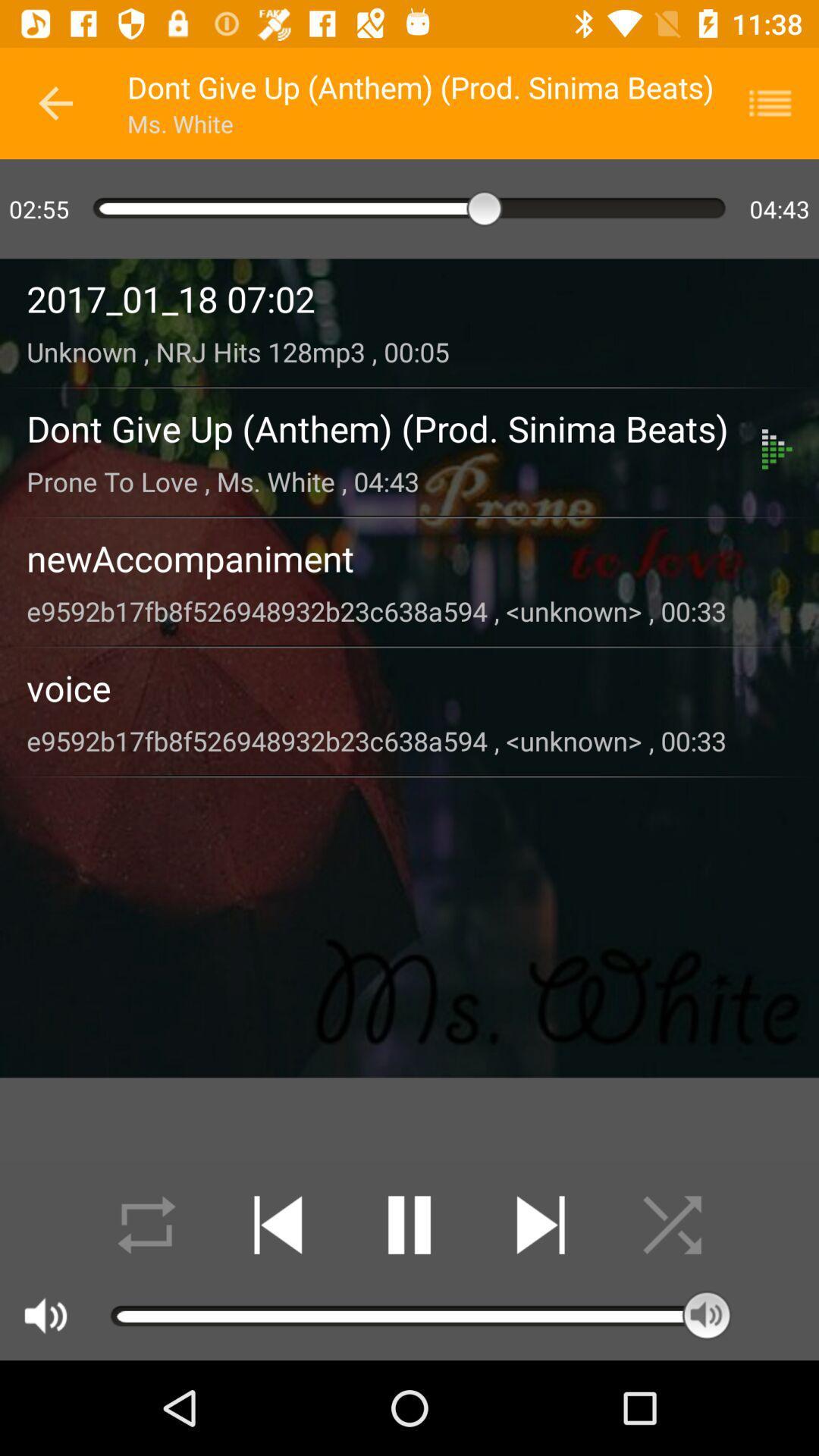 The image size is (819, 1456). Describe the element at coordinates (278, 1225) in the screenshot. I see `rewind` at that location.